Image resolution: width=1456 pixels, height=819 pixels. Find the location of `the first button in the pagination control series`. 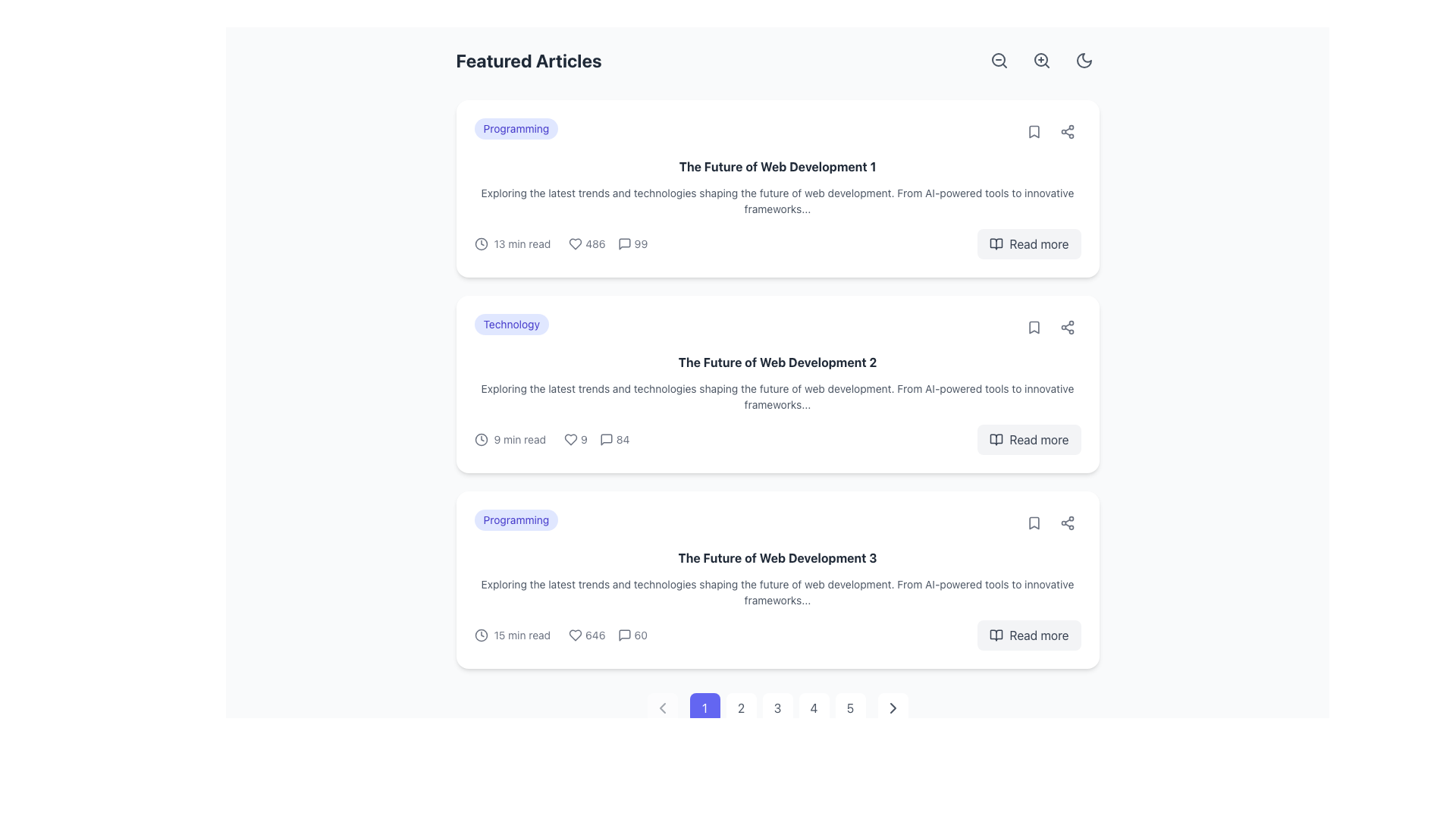

the first button in the pagination control series is located at coordinates (704, 708).